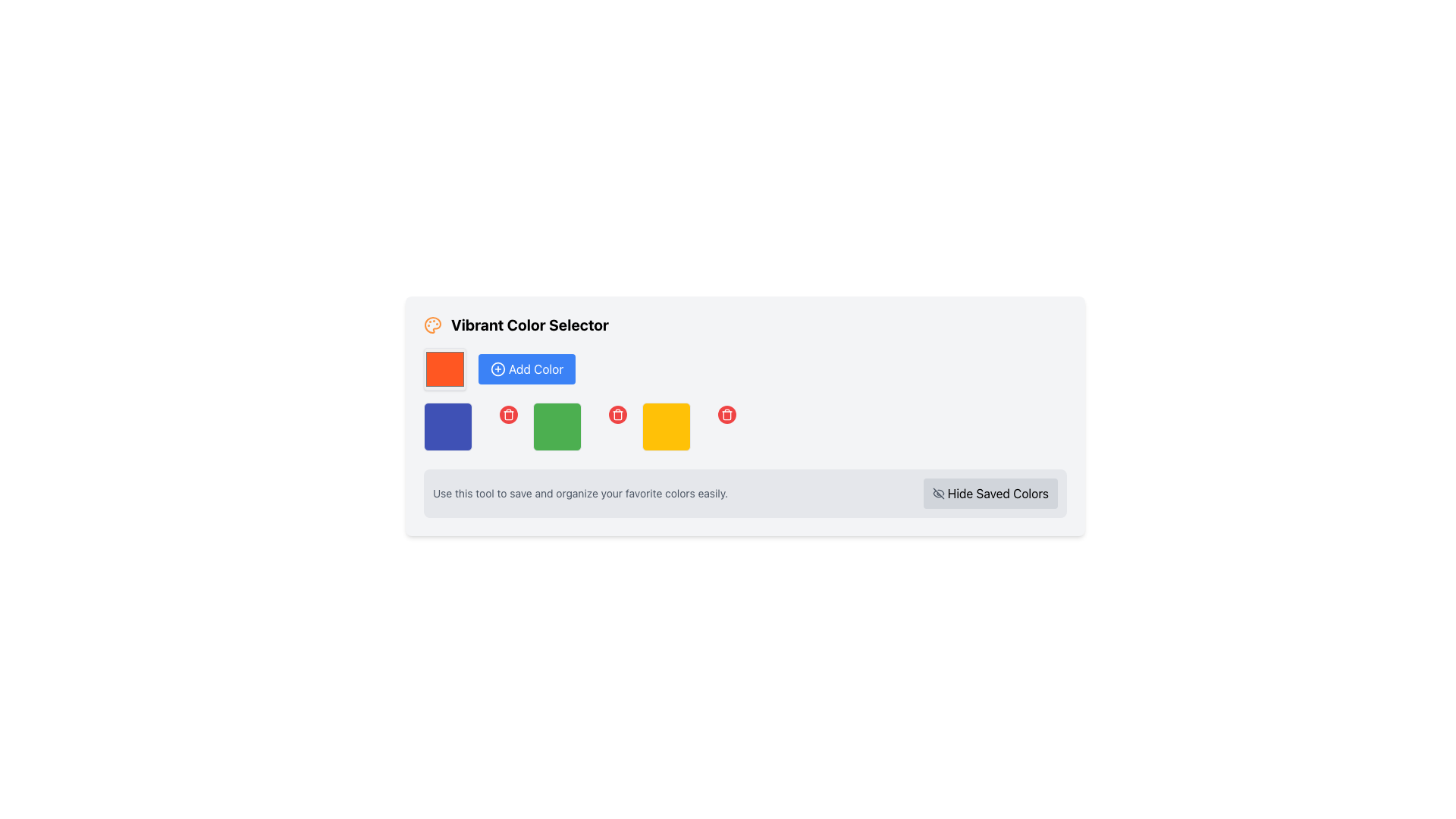 This screenshot has width=1456, height=819. Describe the element at coordinates (937, 494) in the screenshot. I see `the diagonal crossing line within the eye-shaped SVG icon located in the top-right corner of the interface, near the 'Hide Saved Colors' button` at that location.